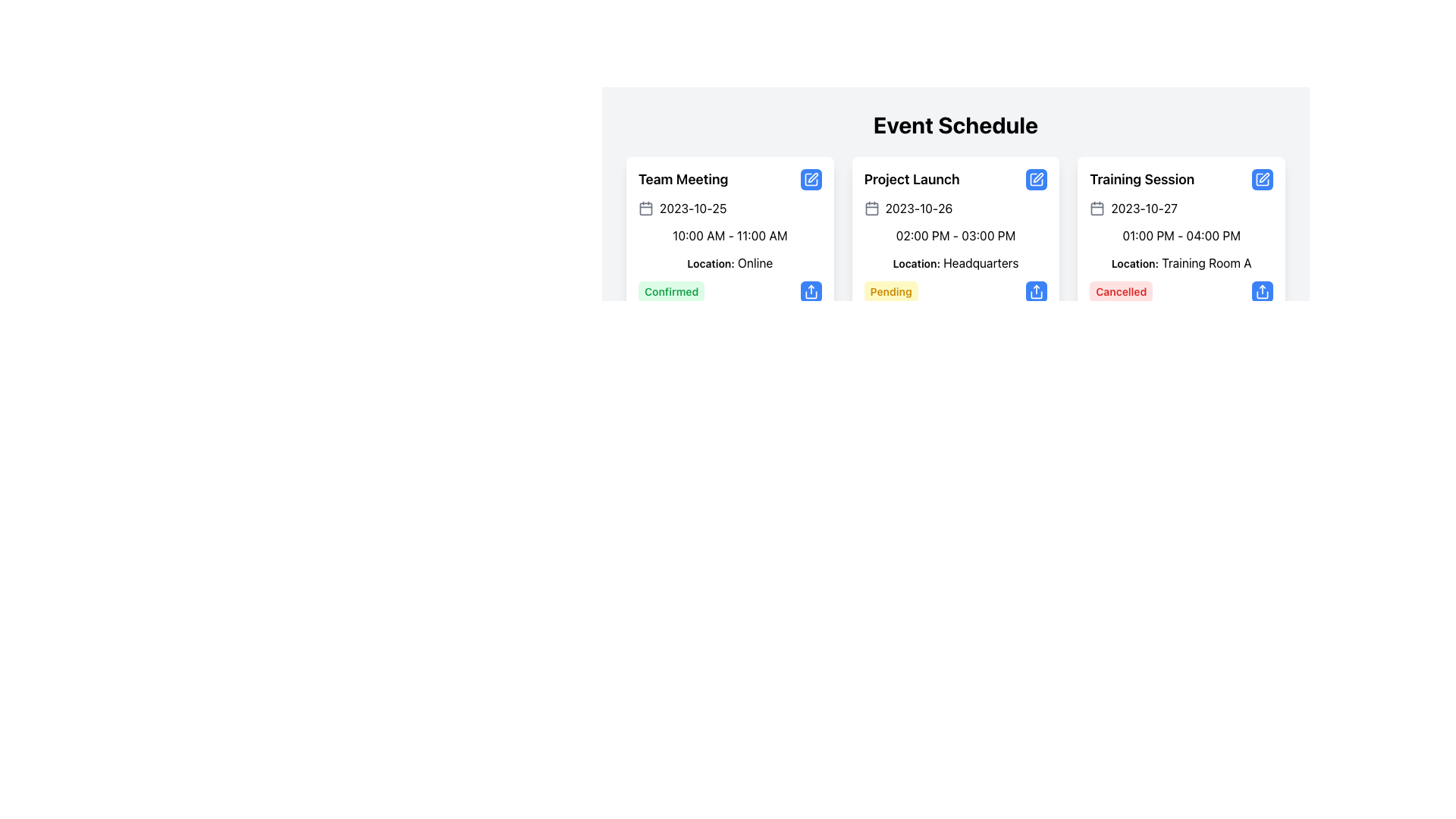  What do you see at coordinates (1181, 236) in the screenshot?
I see `the text label indicating the time range for the 'Training Session' event, which is located below the date '2023-10-27' and above the location 'Location: Training Room A'` at bounding box center [1181, 236].